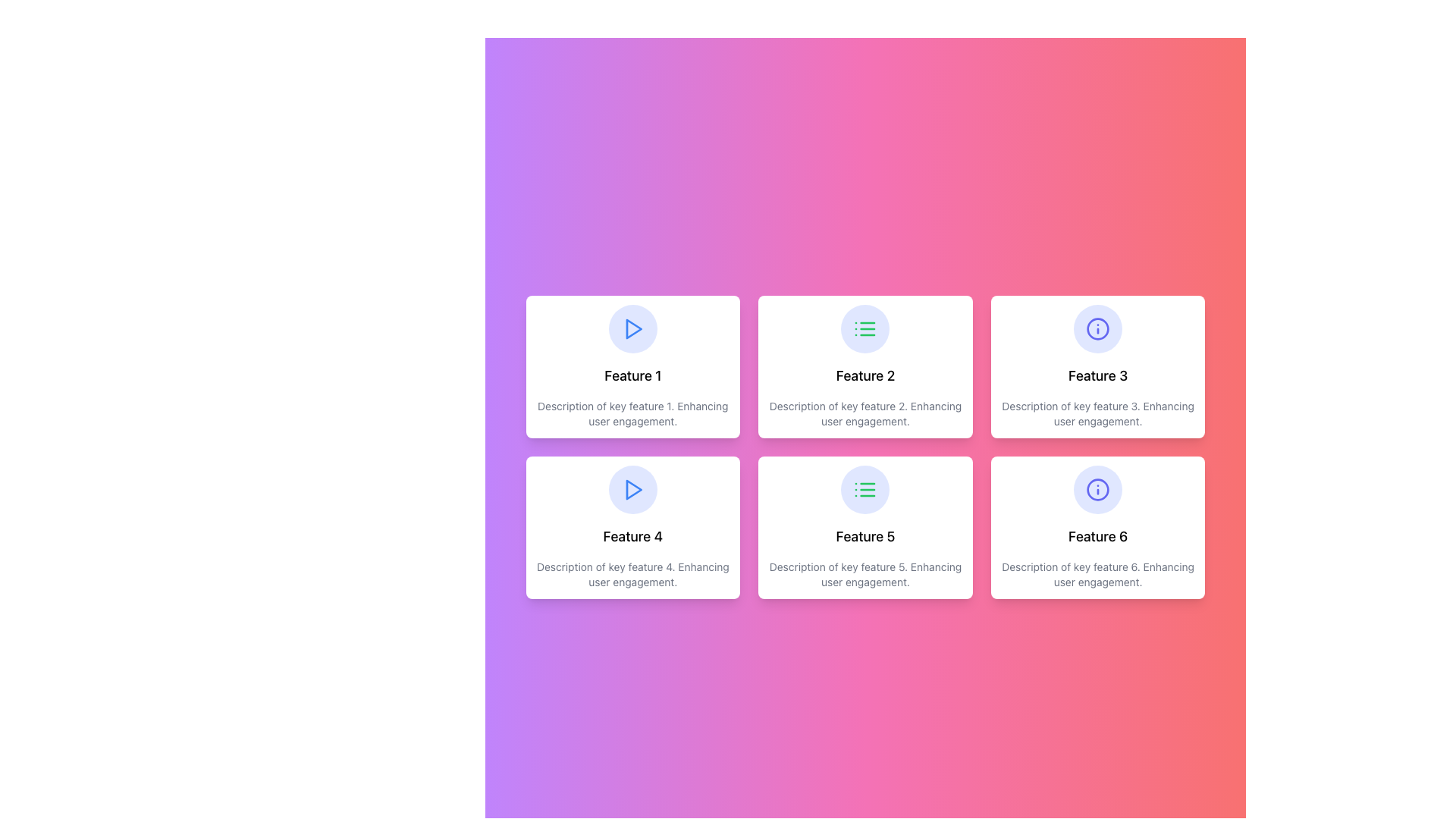  What do you see at coordinates (632, 526) in the screenshot?
I see `the first card in the second row of the three-column grid that describes 'Feature 4'` at bounding box center [632, 526].